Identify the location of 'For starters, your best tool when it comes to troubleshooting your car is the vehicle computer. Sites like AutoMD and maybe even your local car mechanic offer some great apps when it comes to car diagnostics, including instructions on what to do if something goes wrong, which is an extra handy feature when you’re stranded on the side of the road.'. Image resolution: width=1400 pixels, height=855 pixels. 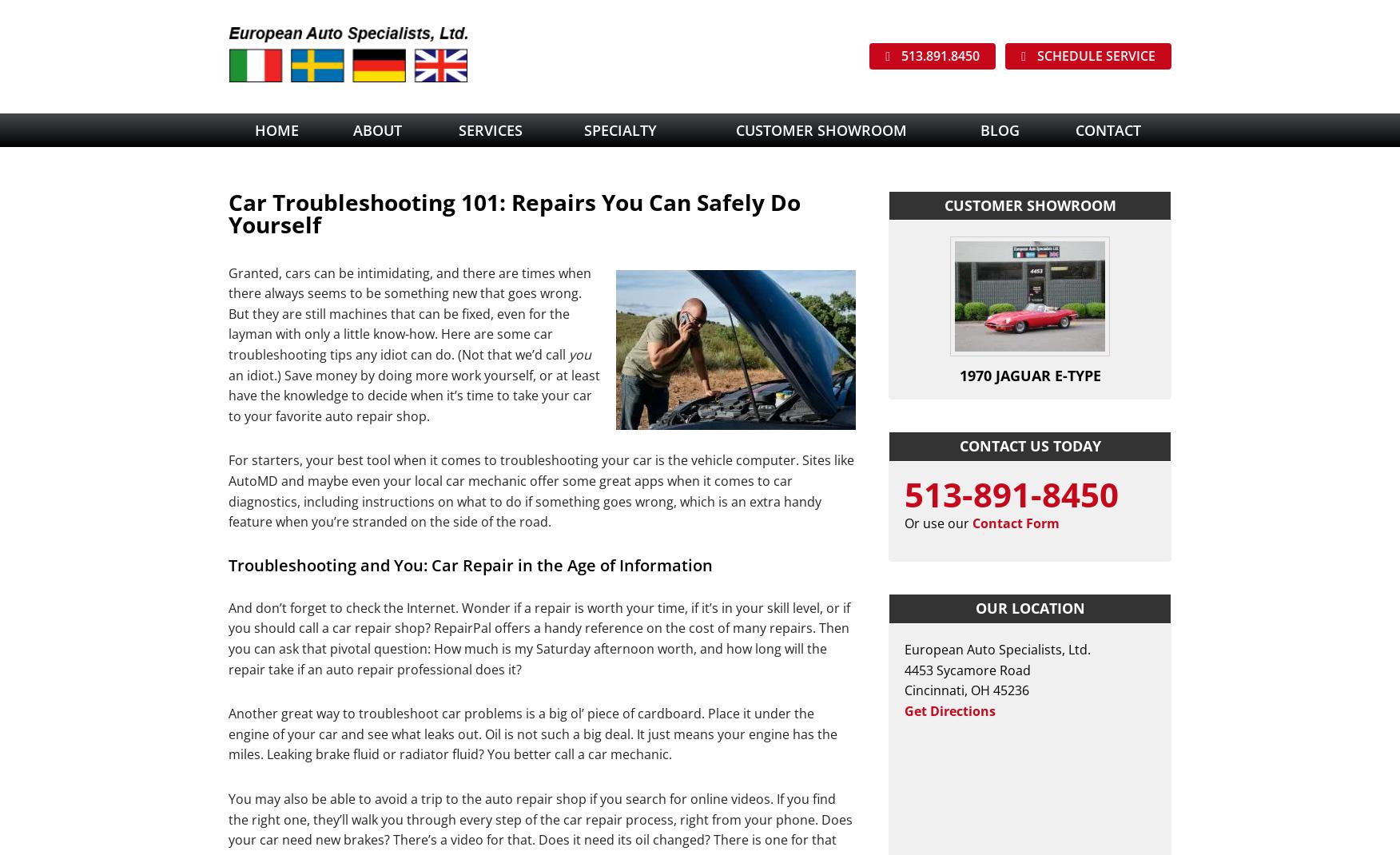
(540, 490).